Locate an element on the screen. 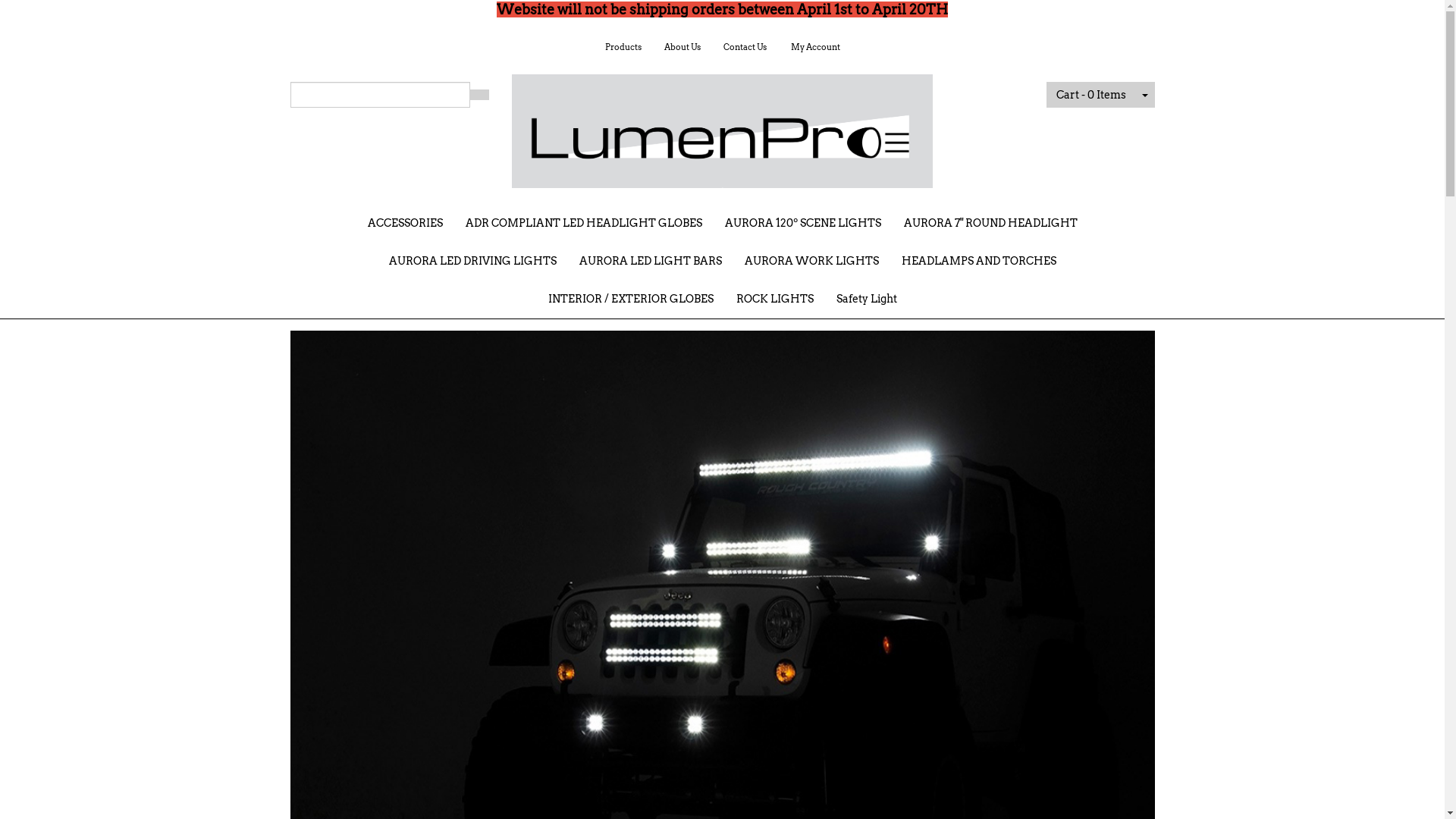  'Cart - 0 Items' is located at coordinates (1090, 94).